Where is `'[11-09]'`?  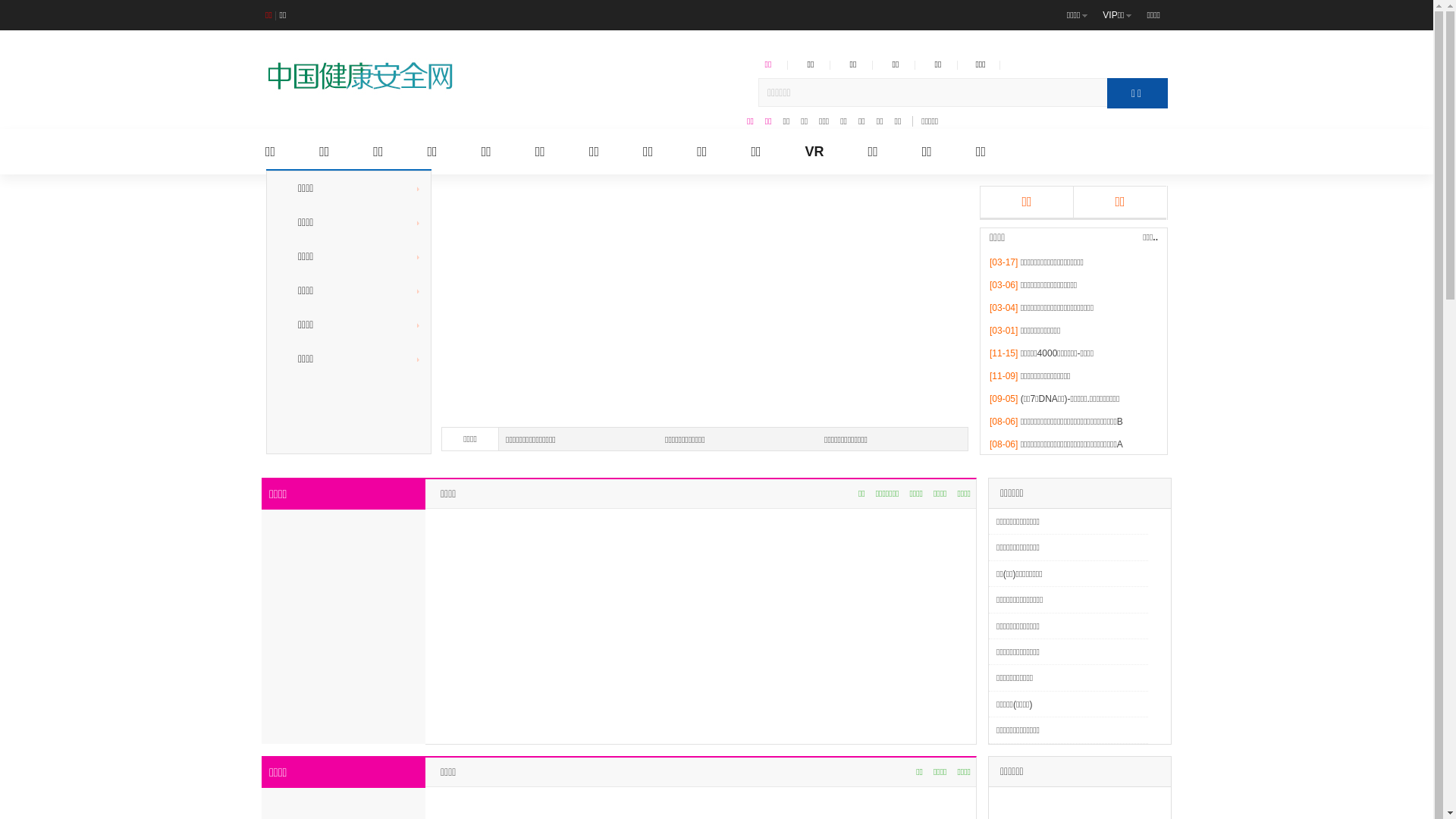
'[11-09]' is located at coordinates (1003, 375).